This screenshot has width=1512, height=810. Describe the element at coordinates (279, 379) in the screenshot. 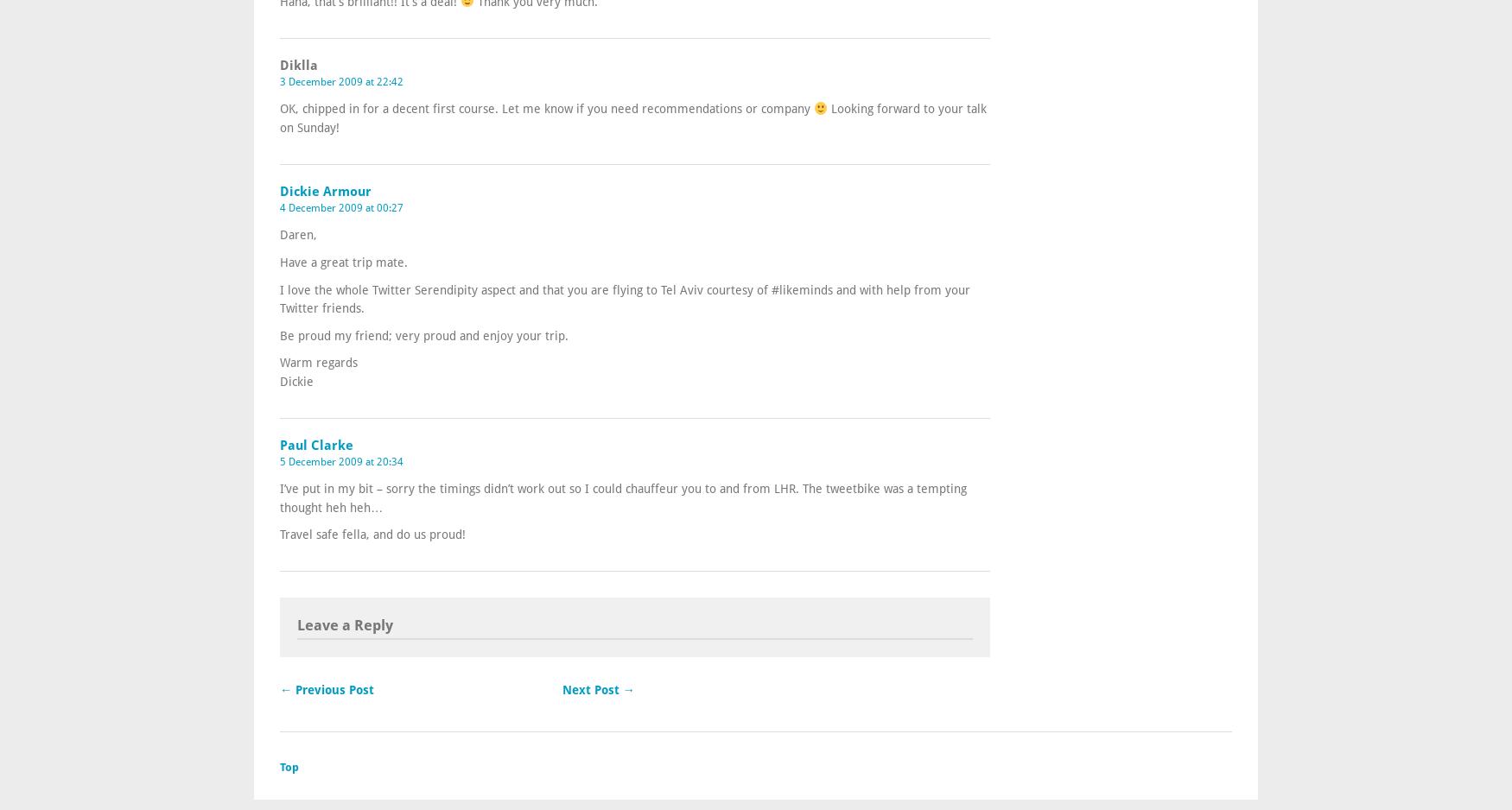

I see `'Dickie'` at that location.